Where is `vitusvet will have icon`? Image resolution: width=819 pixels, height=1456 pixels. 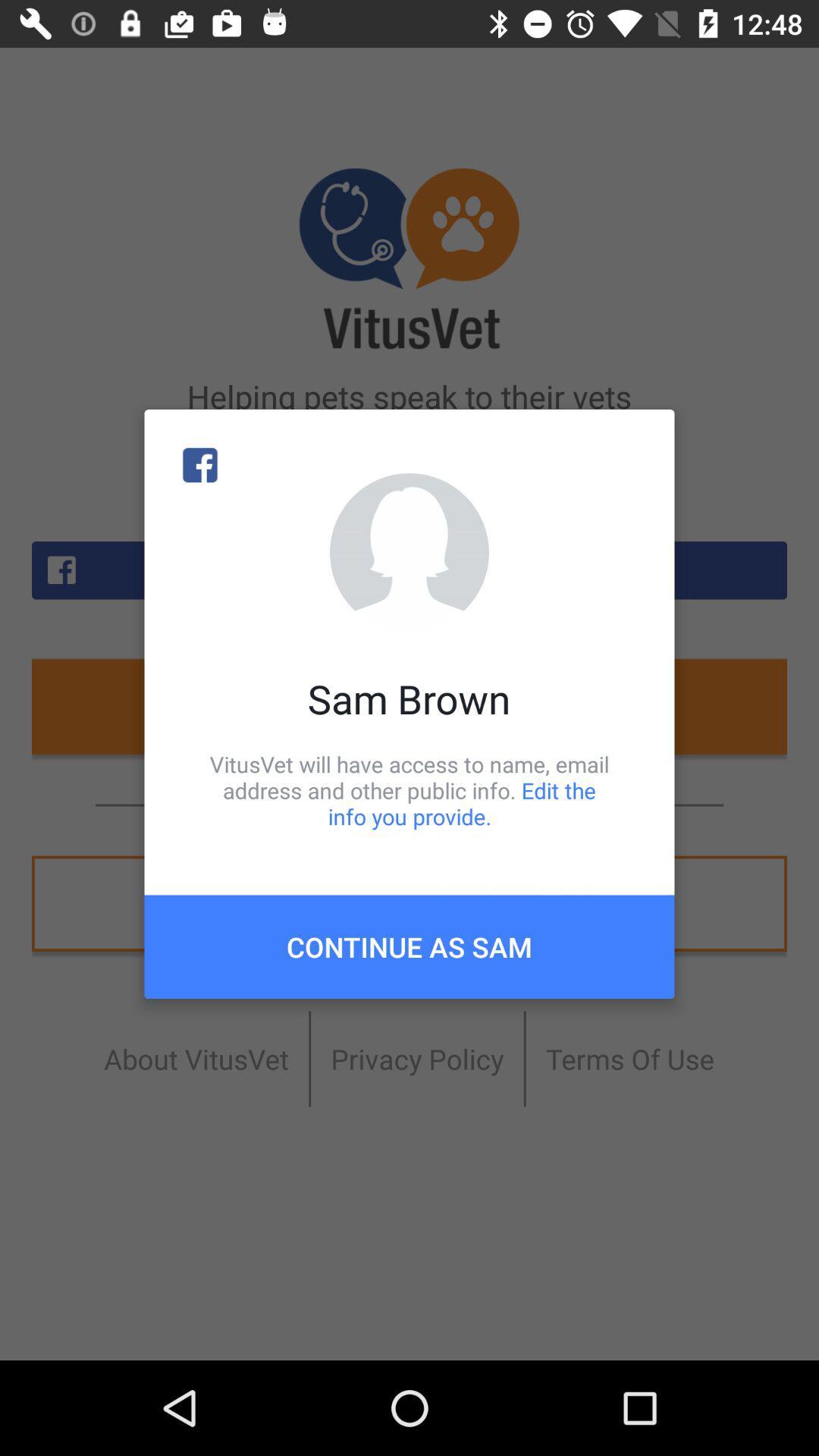 vitusvet will have icon is located at coordinates (409, 789).